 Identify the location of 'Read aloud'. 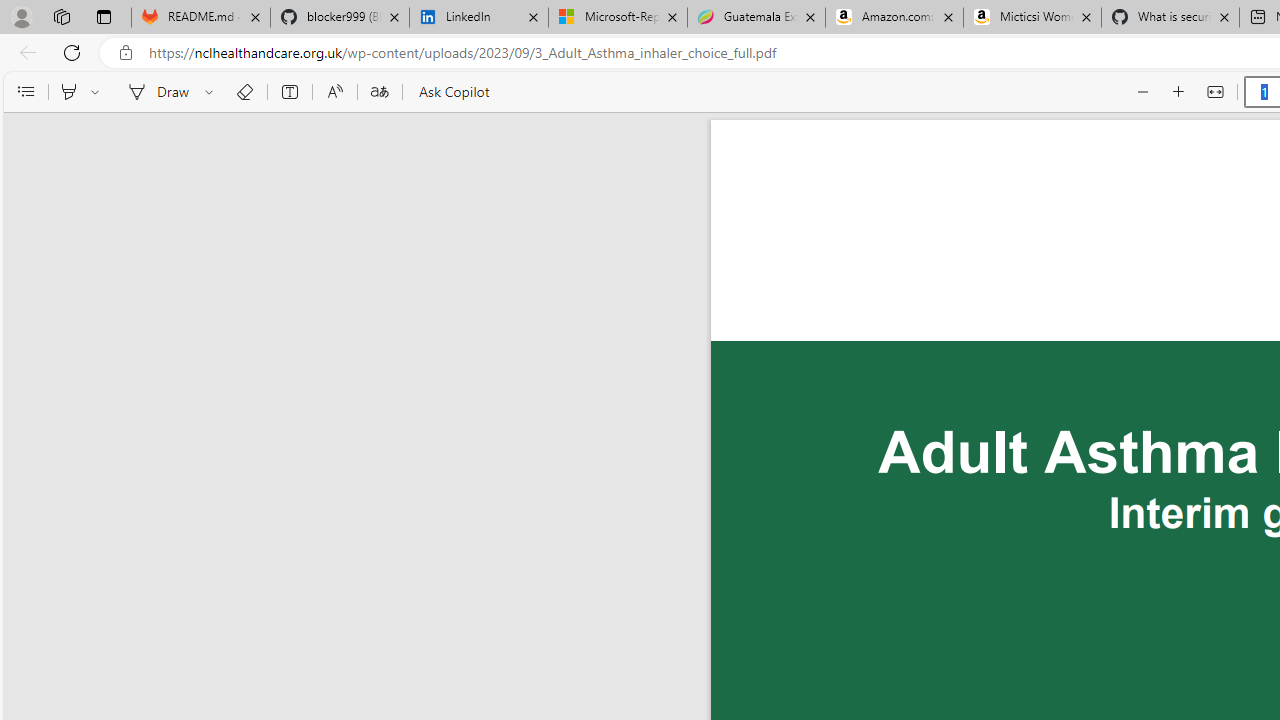
(334, 92).